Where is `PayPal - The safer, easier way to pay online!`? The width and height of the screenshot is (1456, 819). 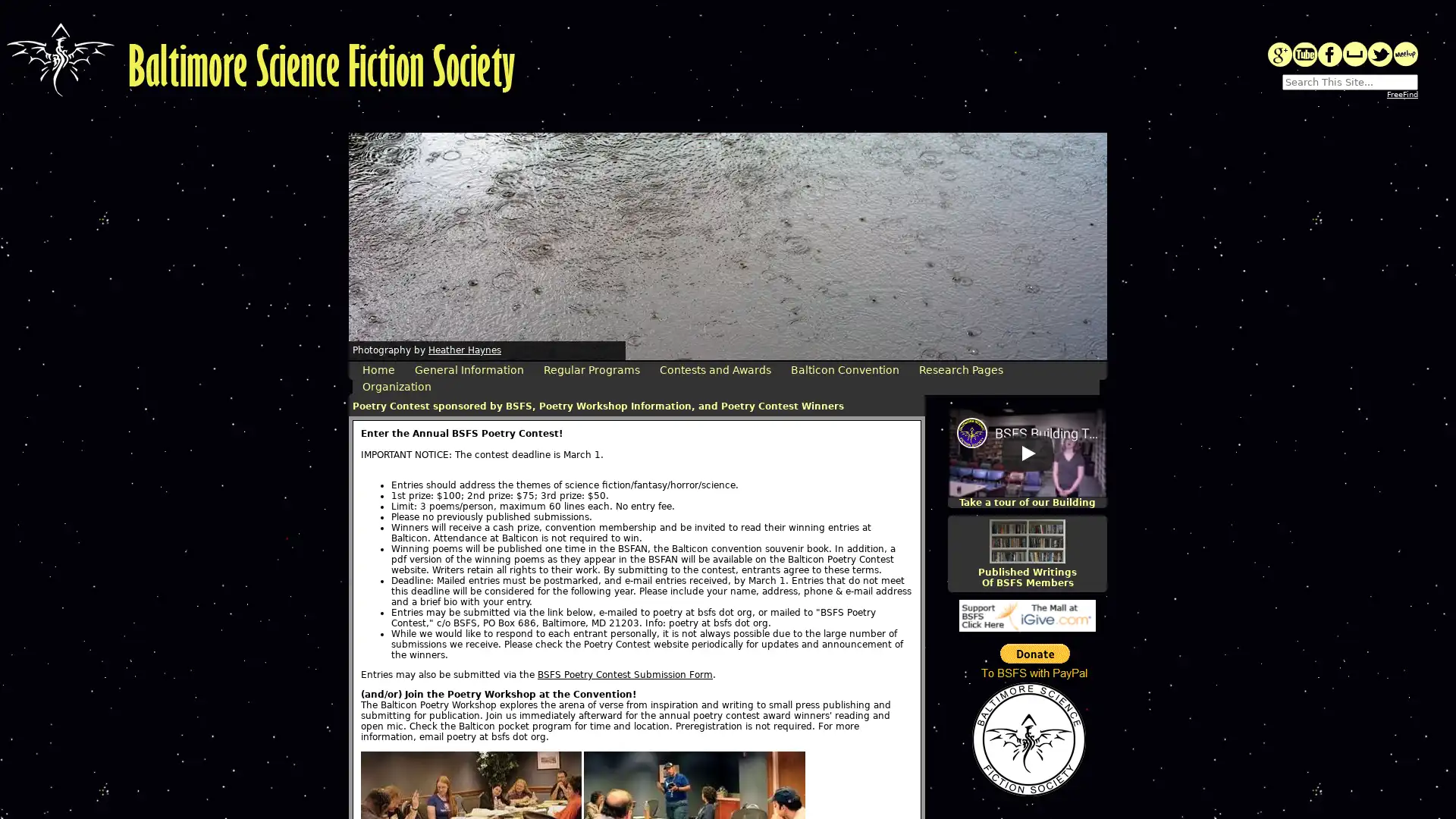
PayPal - The safer, easier way to pay online! is located at coordinates (1034, 661).